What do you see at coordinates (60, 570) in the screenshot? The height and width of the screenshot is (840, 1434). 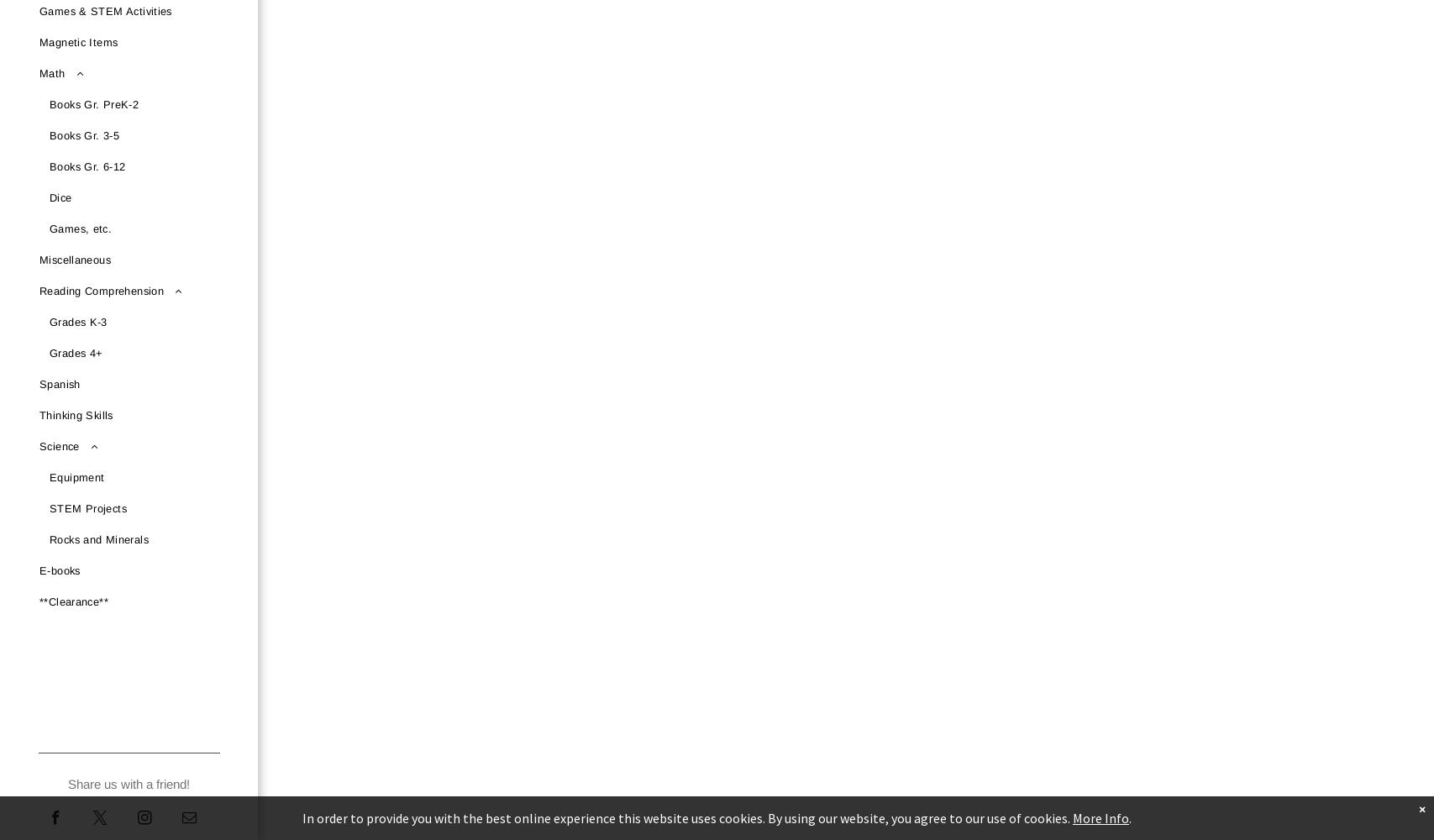 I see `'E-books'` at bounding box center [60, 570].